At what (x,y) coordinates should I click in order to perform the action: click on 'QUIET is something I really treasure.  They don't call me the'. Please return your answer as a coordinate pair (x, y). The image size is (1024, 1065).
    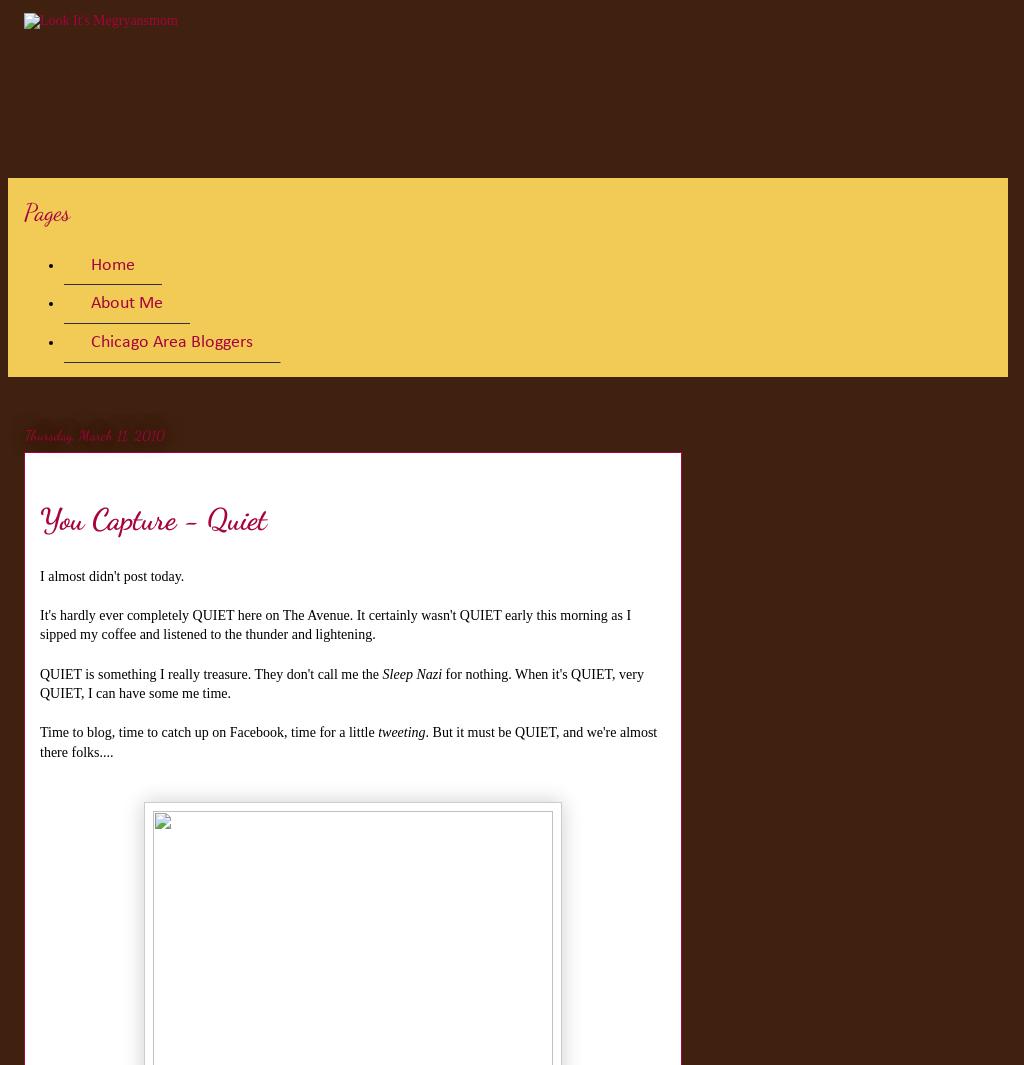
    Looking at the image, I should click on (211, 673).